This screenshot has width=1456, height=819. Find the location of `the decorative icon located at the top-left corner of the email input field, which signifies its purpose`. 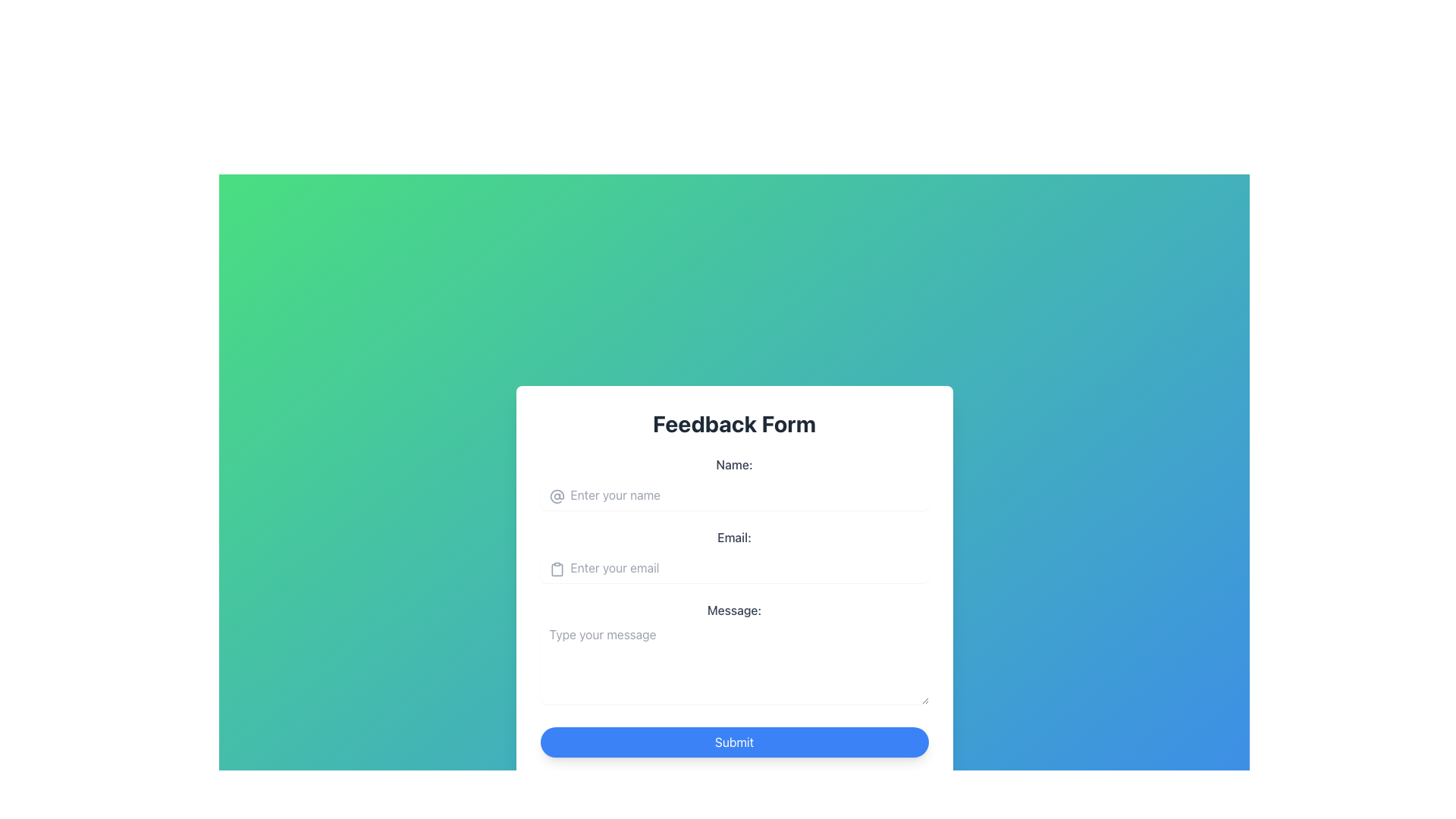

the decorative icon located at the top-left corner of the email input field, which signifies its purpose is located at coordinates (556, 570).